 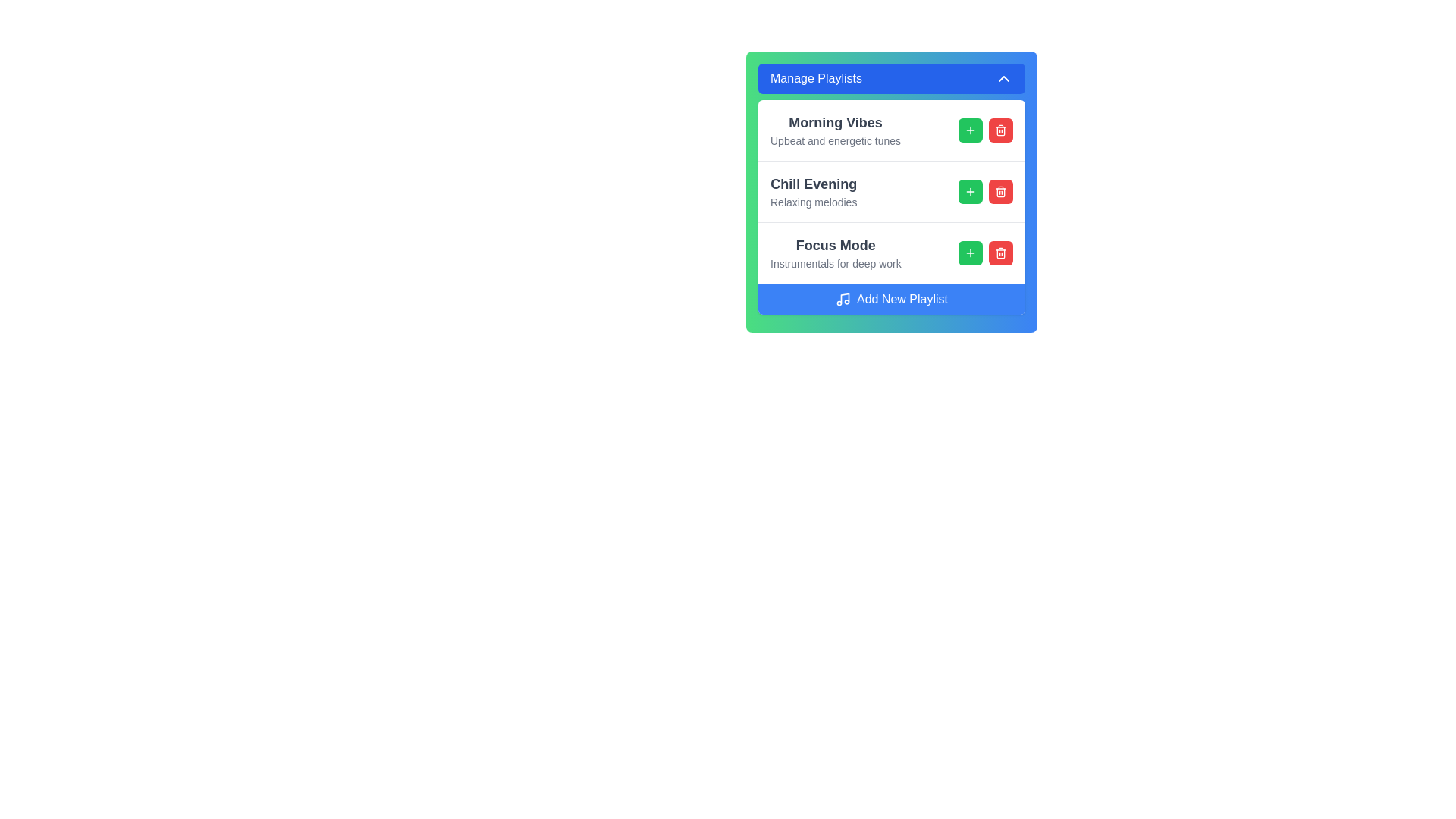 What do you see at coordinates (843, 299) in the screenshot?
I see `the music icon located at the top-left corner of the 'Add New Playlist' button, which features a note symbol on a blue background` at bounding box center [843, 299].